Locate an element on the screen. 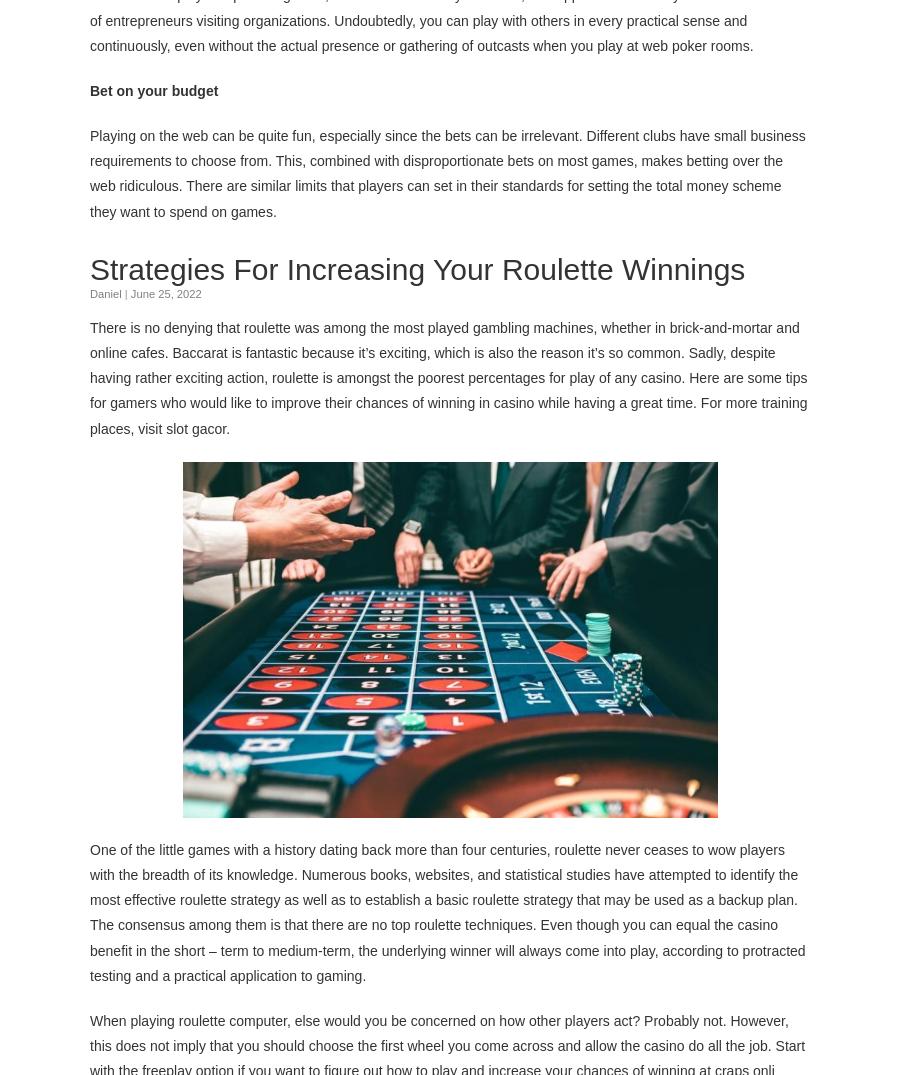 The image size is (900, 1075). '|' is located at coordinates (125, 291).